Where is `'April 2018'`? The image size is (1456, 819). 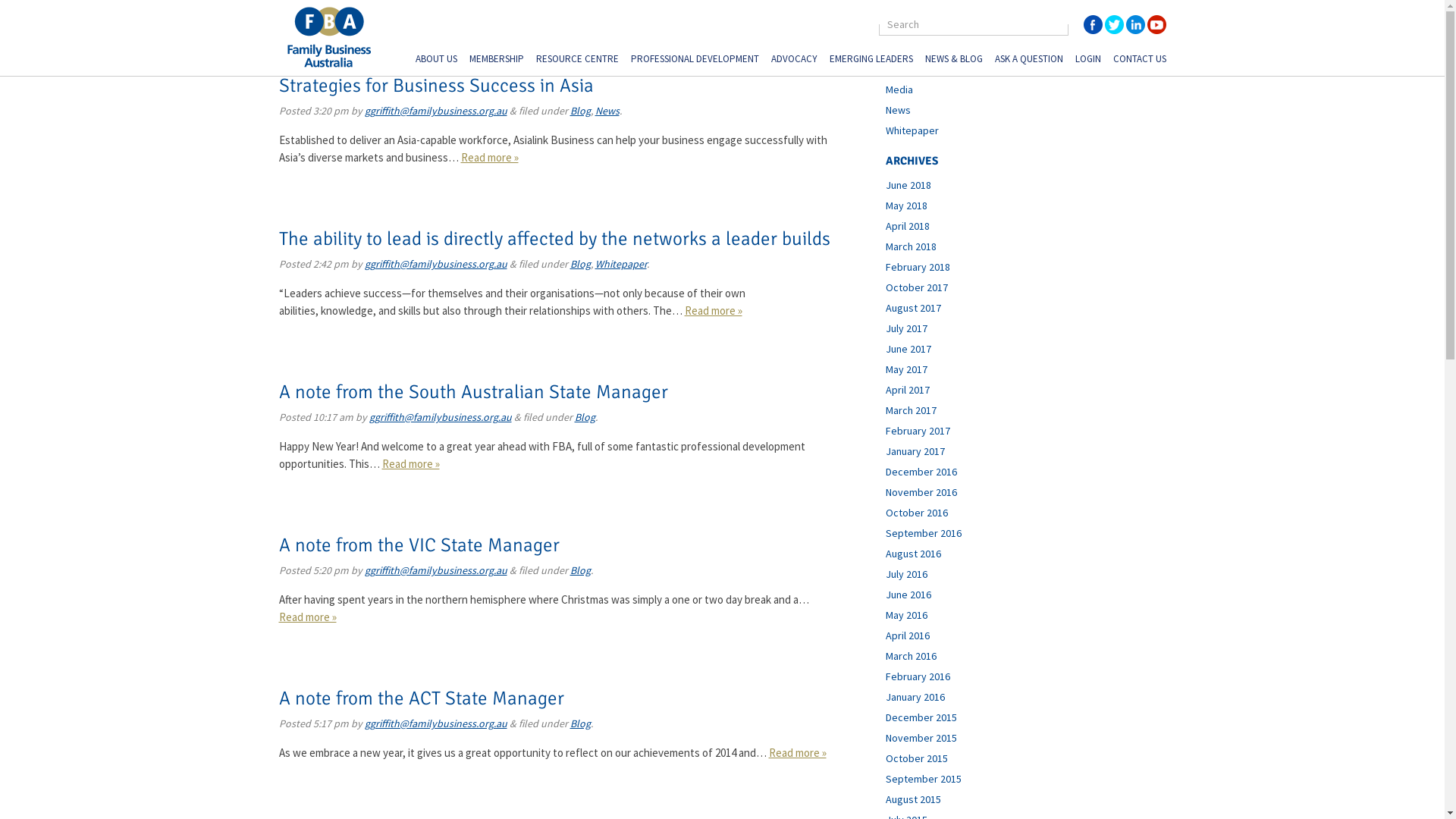 'April 2018' is located at coordinates (907, 225).